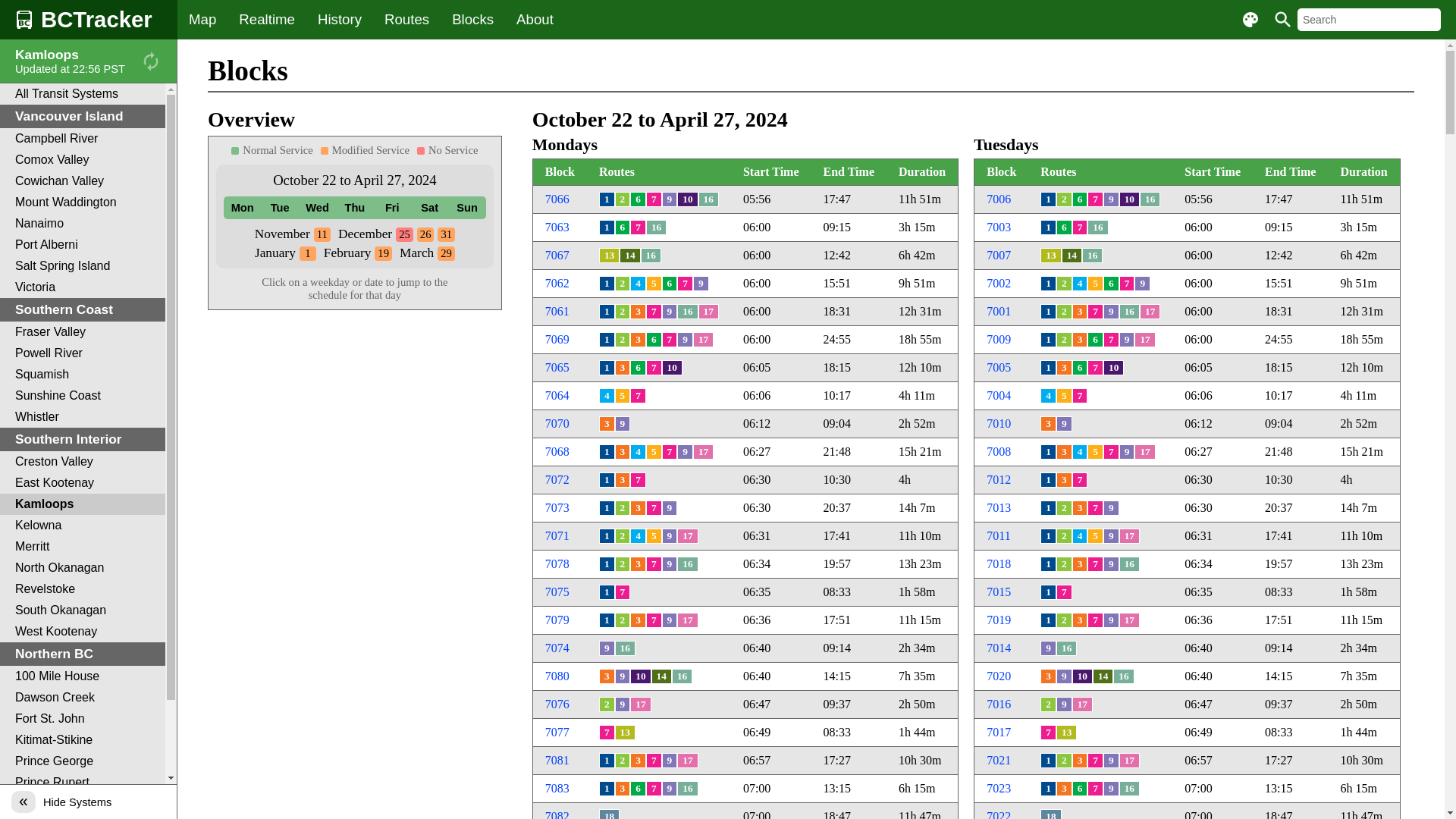  What do you see at coordinates (708, 198) in the screenshot?
I see `'16'` at bounding box center [708, 198].